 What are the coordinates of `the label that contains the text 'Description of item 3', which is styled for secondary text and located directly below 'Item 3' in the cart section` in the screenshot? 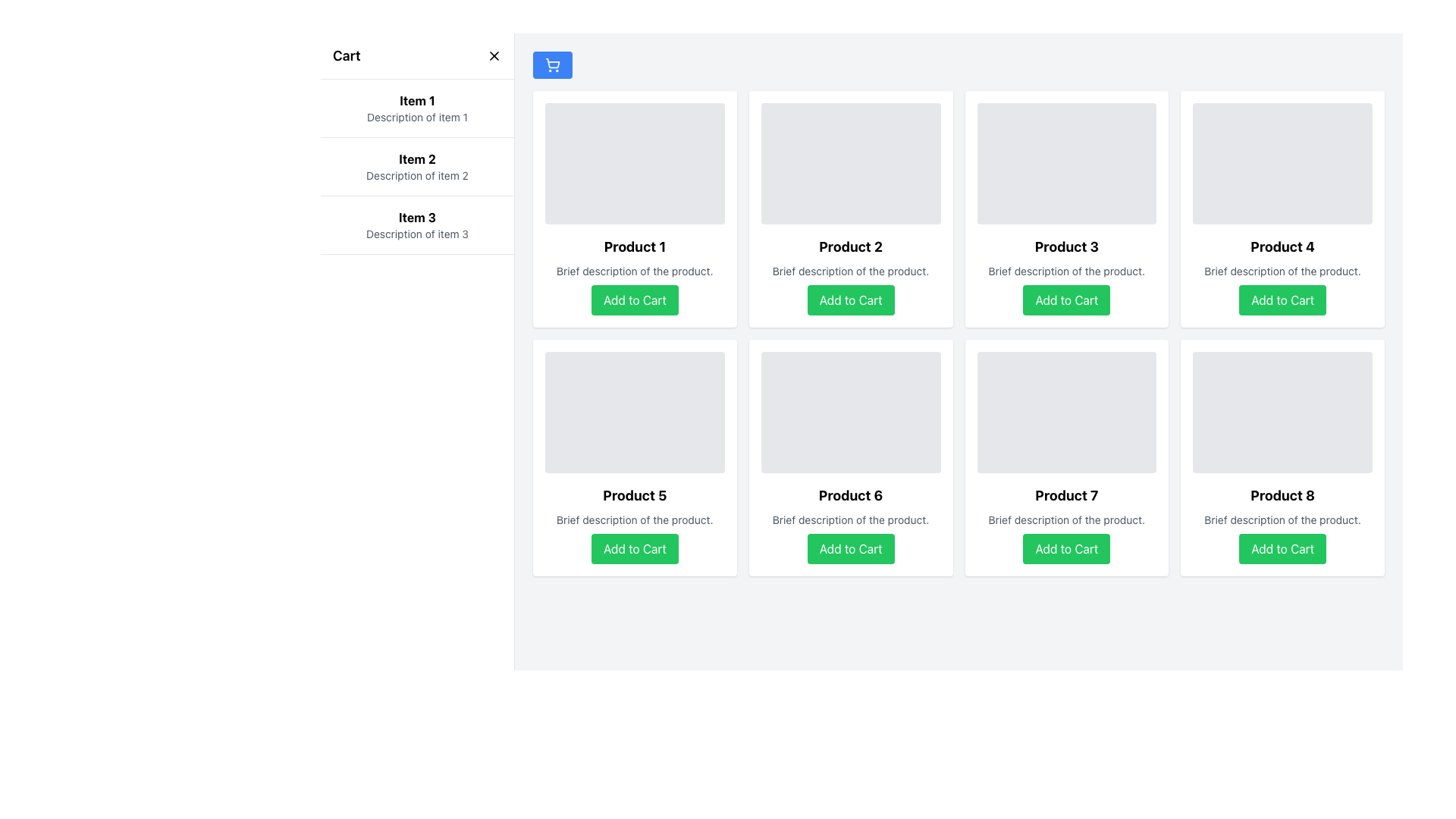 It's located at (417, 234).